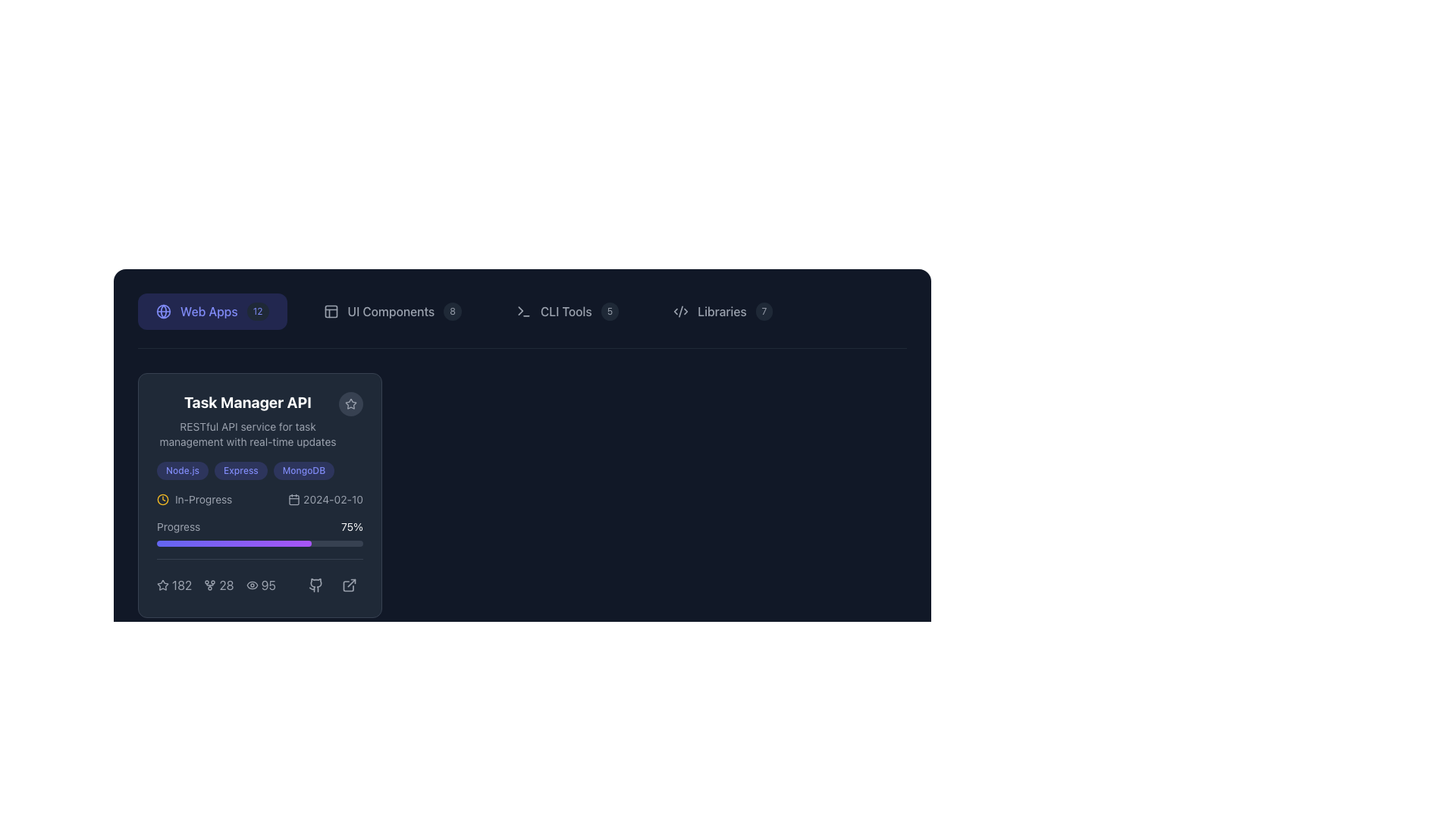 This screenshot has height=819, width=1456. What do you see at coordinates (332, 500) in the screenshot?
I see `the static text displaying a date that indicates a deadline or timestamp, located to the right of a small calendar icon within a card-like component` at bounding box center [332, 500].